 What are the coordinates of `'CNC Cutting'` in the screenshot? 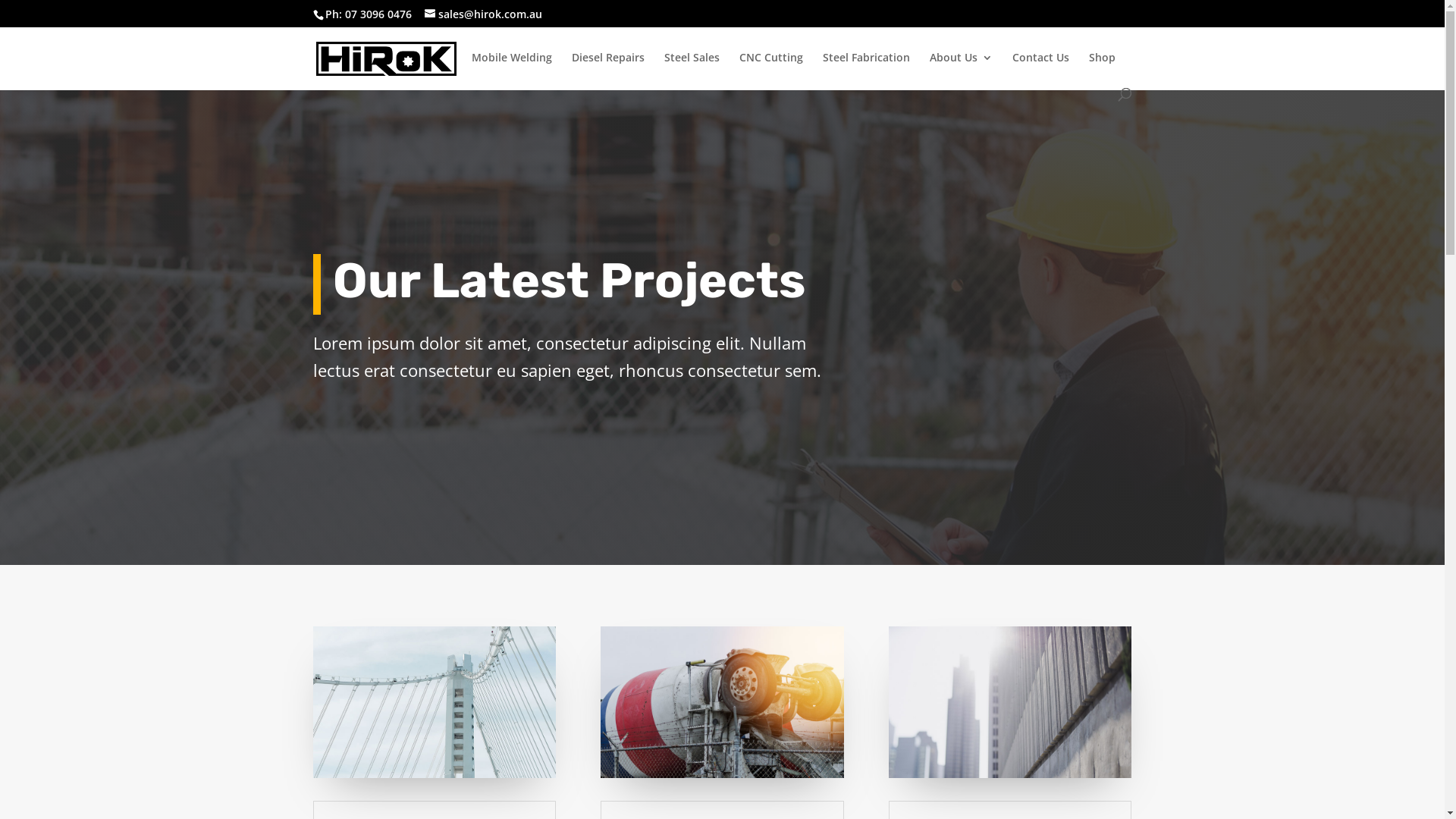 It's located at (770, 70).